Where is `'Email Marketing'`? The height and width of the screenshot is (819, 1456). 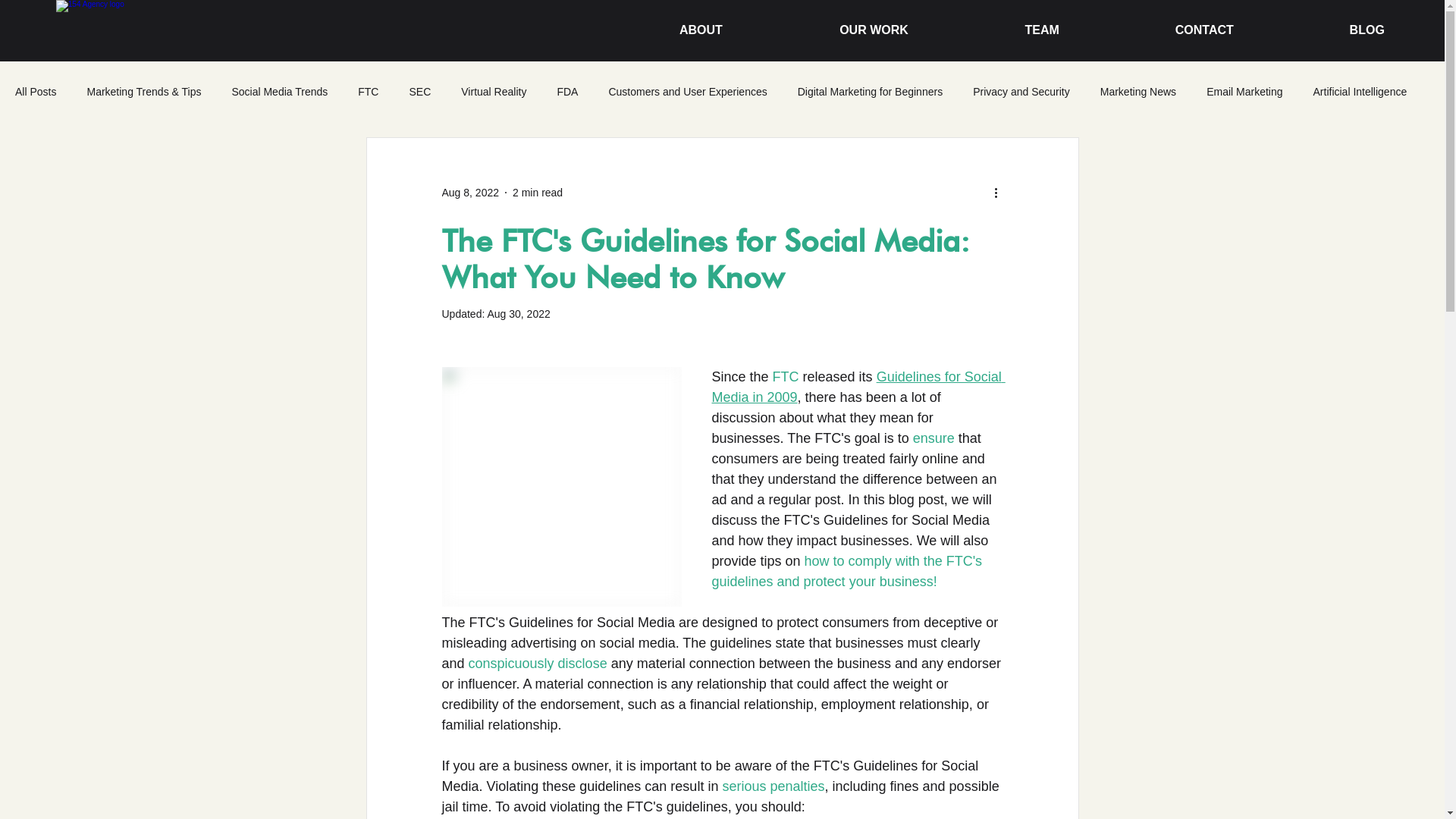
'Email Marketing' is located at coordinates (1244, 91).